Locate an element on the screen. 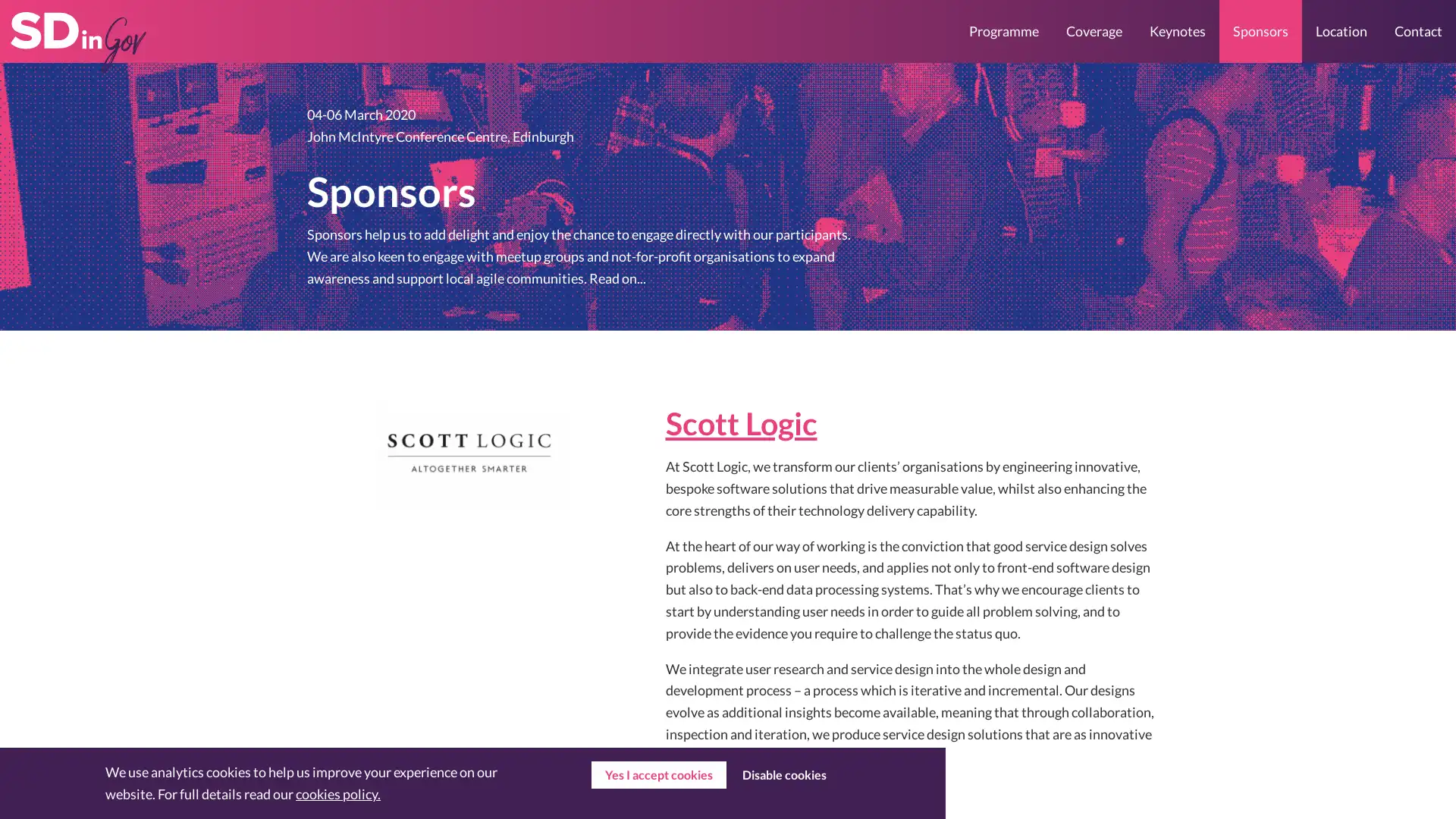 The width and height of the screenshot is (1456, 819). Disable cookies is located at coordinates (783, 775).